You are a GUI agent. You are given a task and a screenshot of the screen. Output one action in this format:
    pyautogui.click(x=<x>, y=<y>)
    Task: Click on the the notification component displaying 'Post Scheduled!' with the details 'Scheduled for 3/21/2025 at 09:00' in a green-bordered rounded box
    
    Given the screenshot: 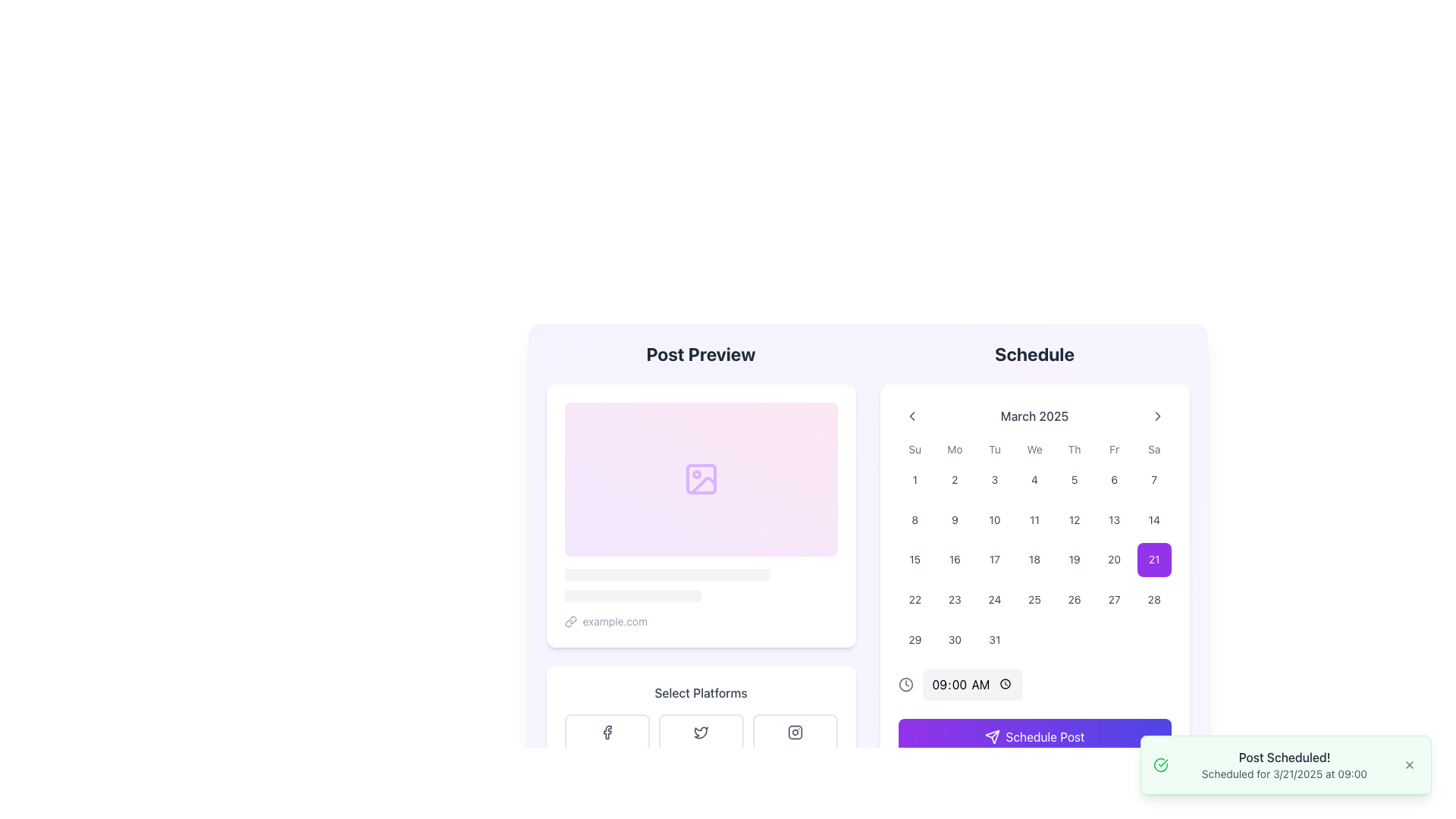 What is the action you would take?
    pyautogui.click(x=1284, y=765)
    